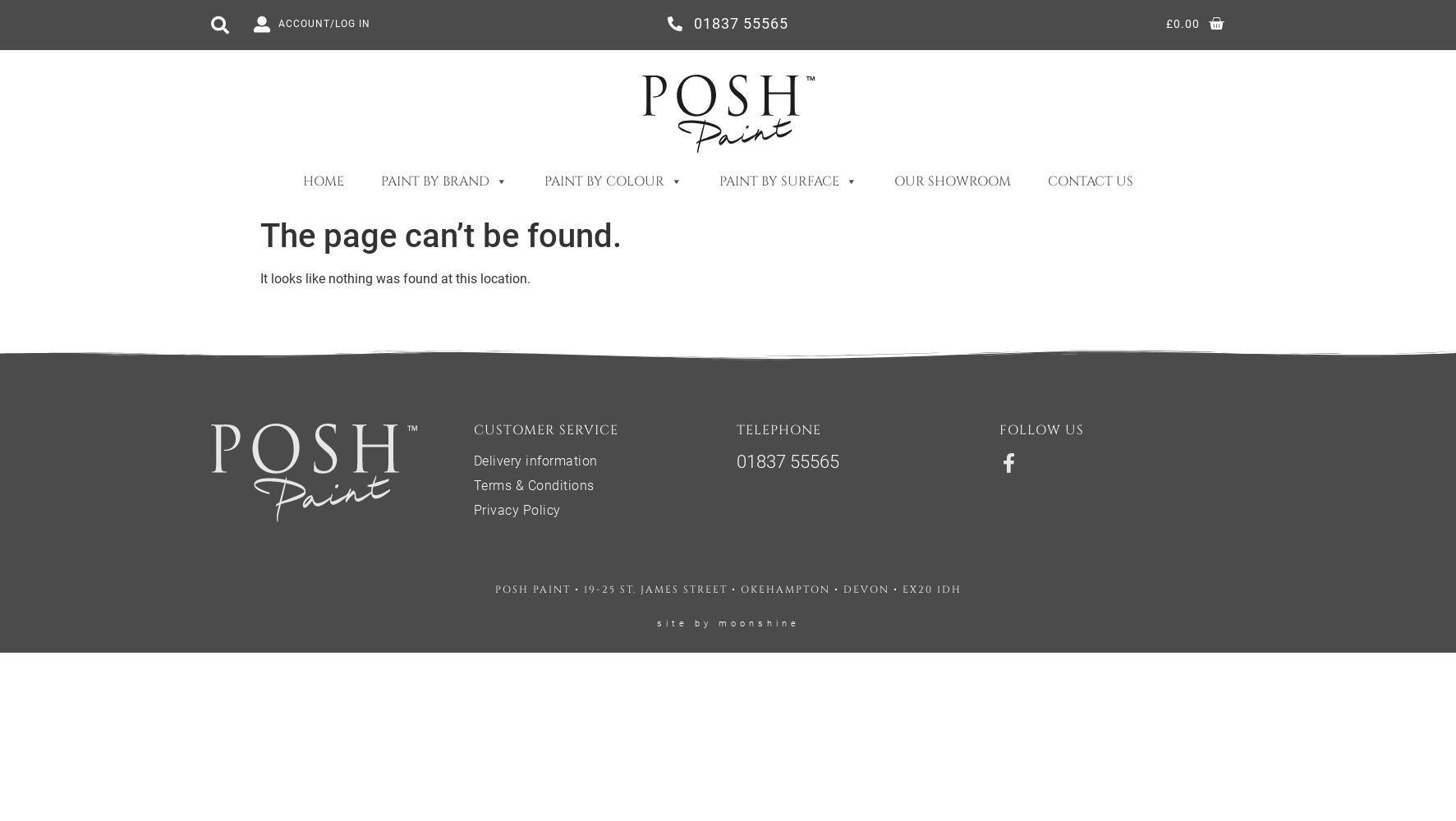  What do you see at coordinates (80, 331) in the screenshot?
I see `'Purples'` at bounding box center [80, 331].